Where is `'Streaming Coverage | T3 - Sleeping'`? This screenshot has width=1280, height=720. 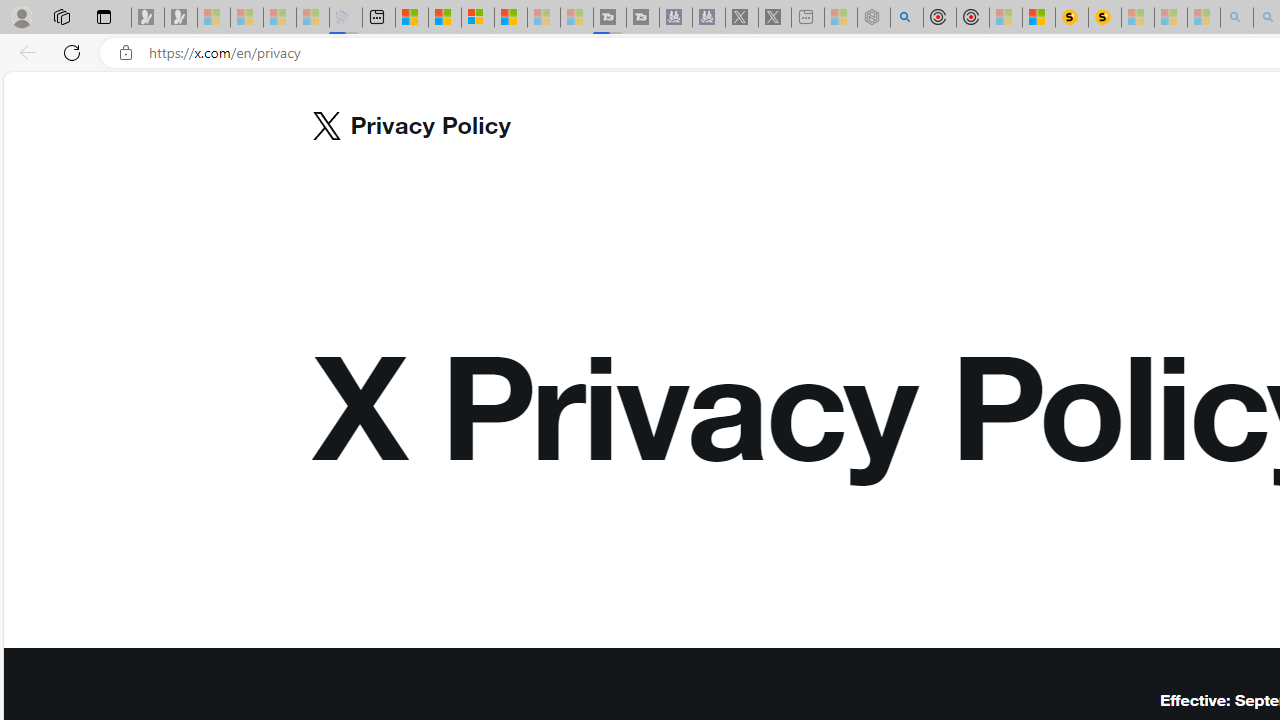 'Streaming Coverage | T3 - Sleeping' is located at coordinates (608, 17).